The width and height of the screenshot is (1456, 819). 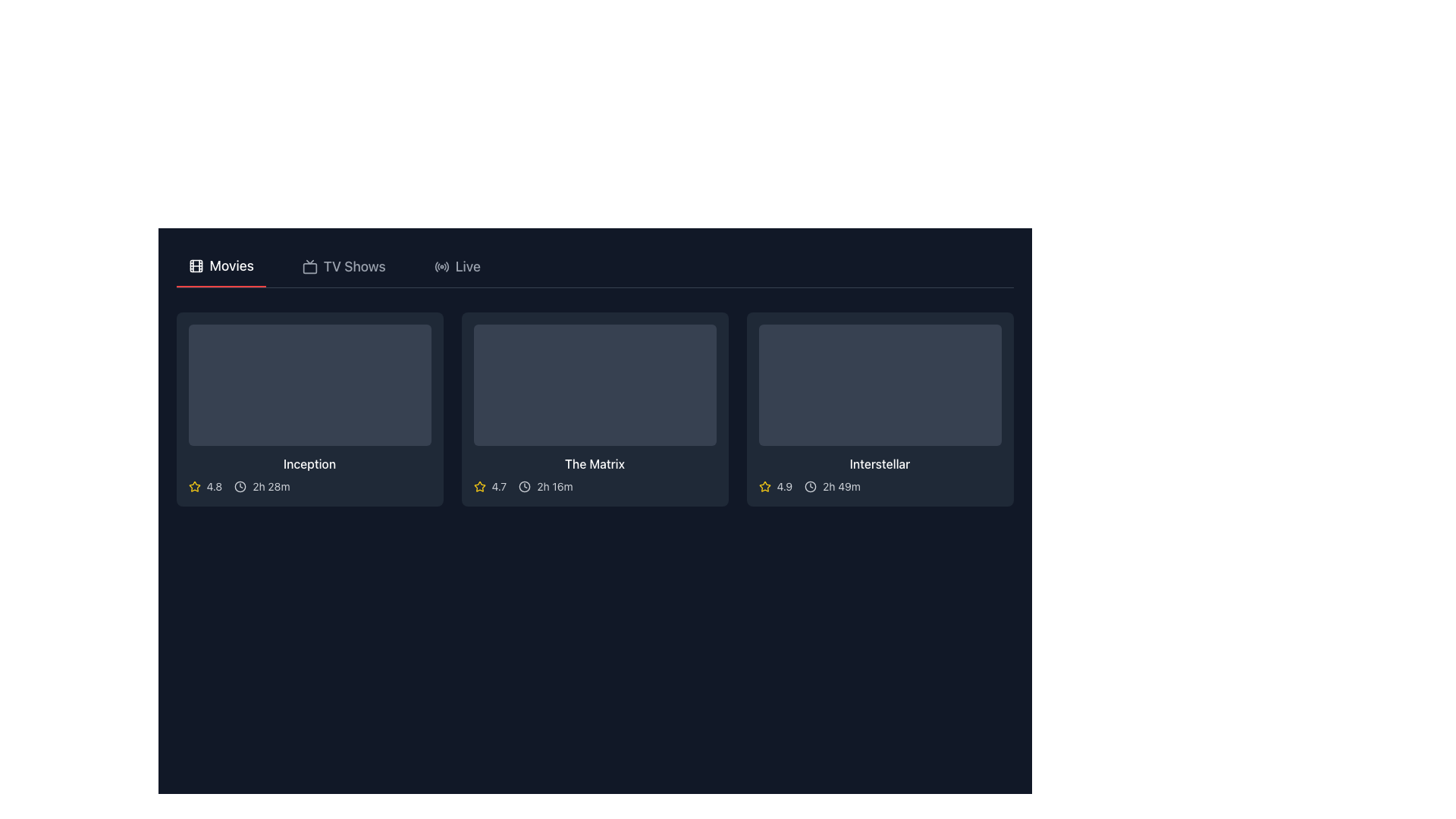 What do you see at coordinates (441, 265) in the screenshot?
I see `the visual details of the 'Live' feature icon located in the top navigation bar, positioned between the 'TV Shows' and 'Movies' buttons` at bounding box center [441, 265].